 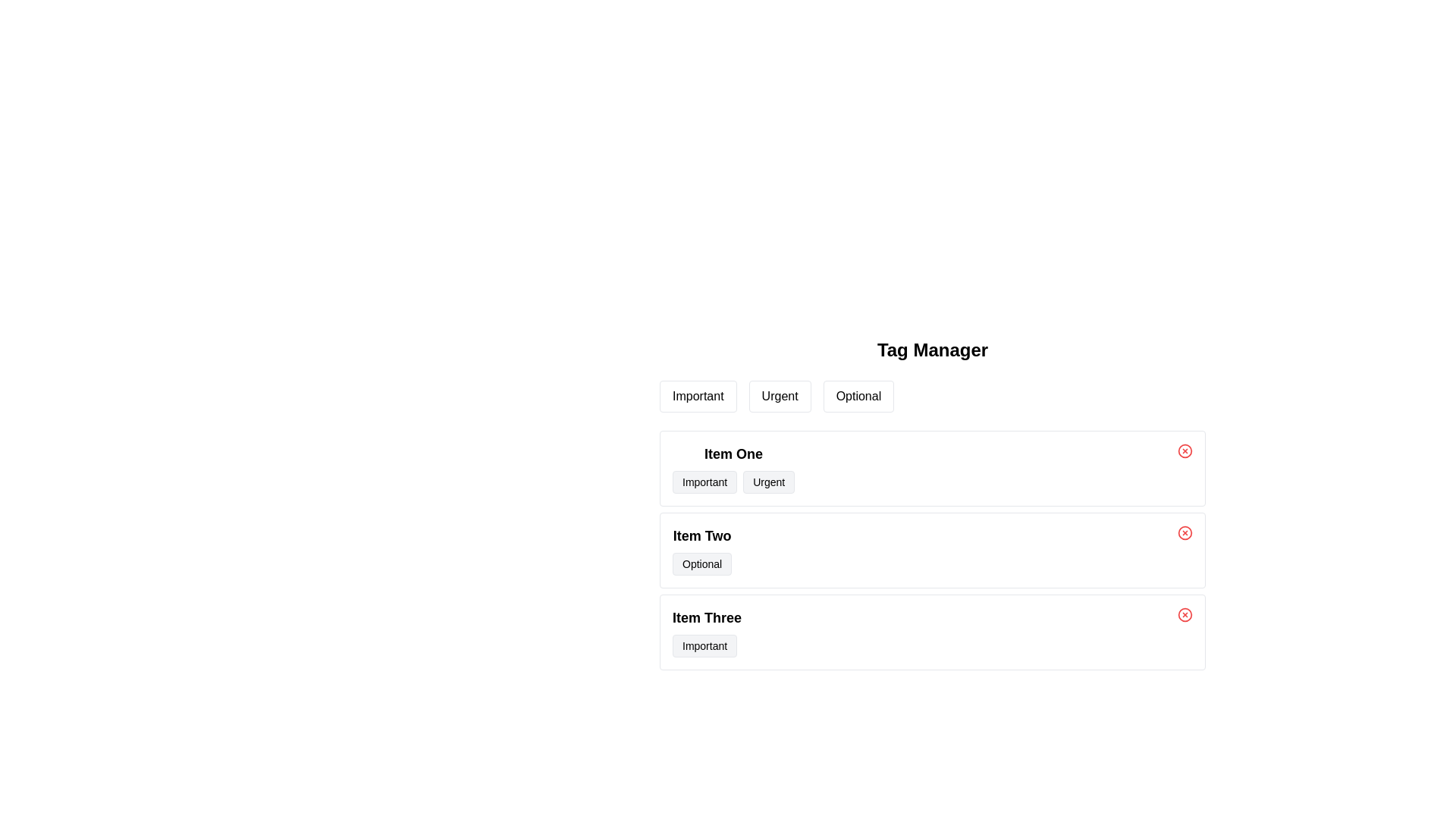 I want to click on the button labeled 'Urgent' which is the second button in a horizontal sequence of three buttons located below the header 'Tag Manager', so click(x=780, y=396).